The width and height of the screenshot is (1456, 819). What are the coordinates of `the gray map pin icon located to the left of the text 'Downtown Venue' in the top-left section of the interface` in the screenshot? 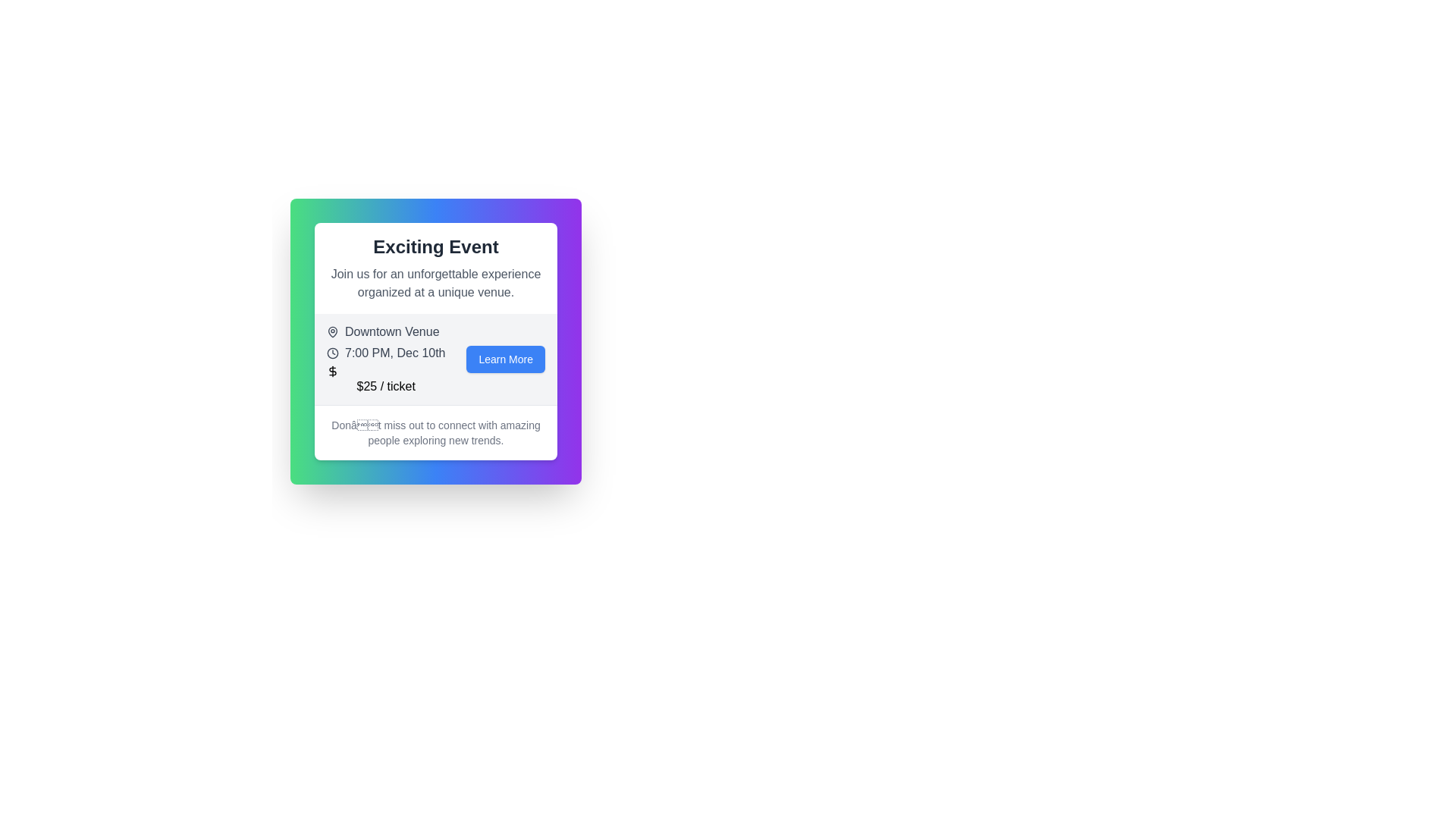 It's located at (331, 331).